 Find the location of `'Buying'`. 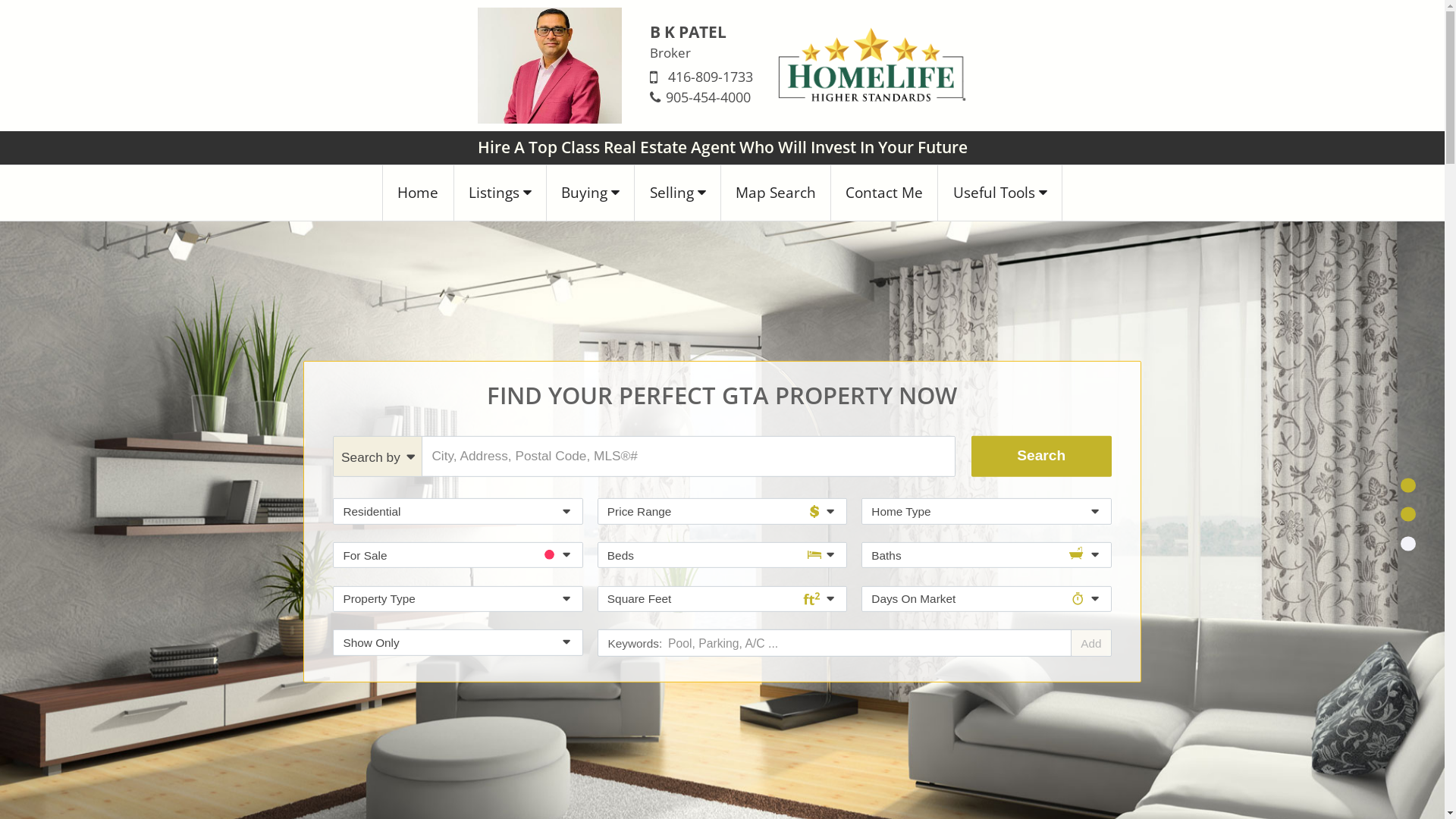

'Buying' is located at coordinates (546, 192).